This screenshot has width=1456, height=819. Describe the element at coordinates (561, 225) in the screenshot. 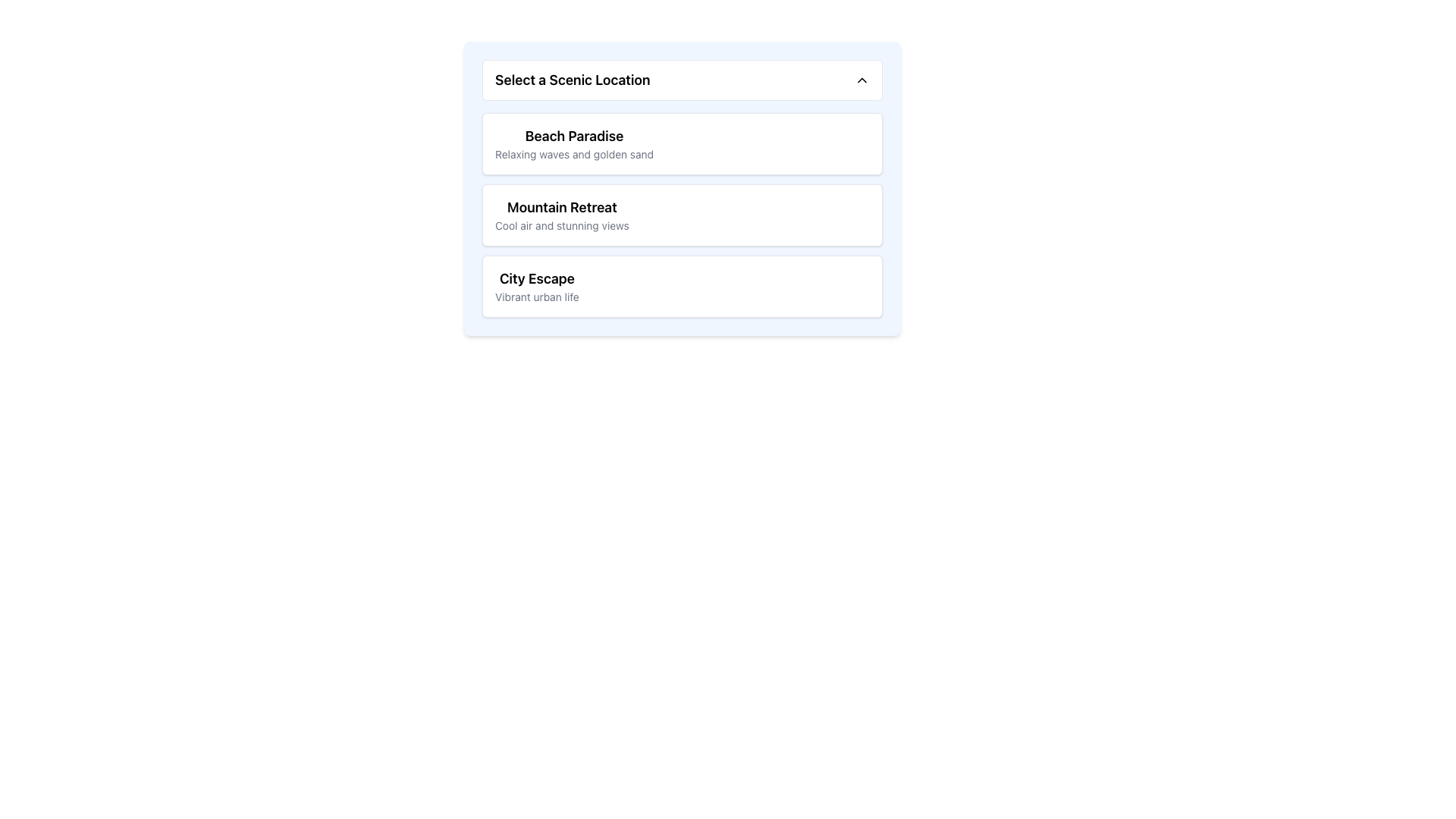

I see `the Text Label that reads 'Cool air and stunning views', which is styled in gray and positioned below the 'Mountain Retreat' header` at that location.